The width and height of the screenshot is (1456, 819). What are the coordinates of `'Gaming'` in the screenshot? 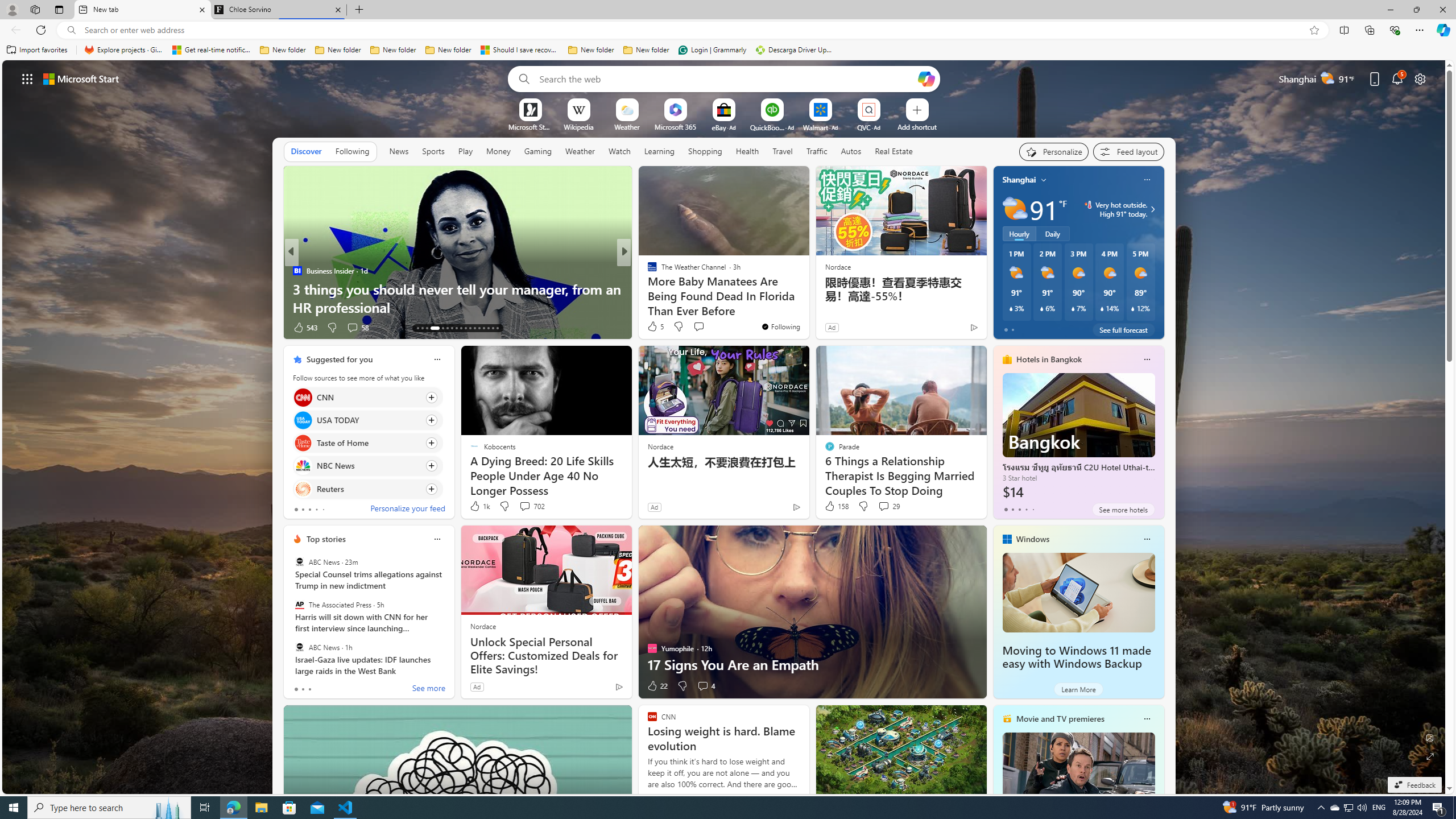 It's located at (537, 151).